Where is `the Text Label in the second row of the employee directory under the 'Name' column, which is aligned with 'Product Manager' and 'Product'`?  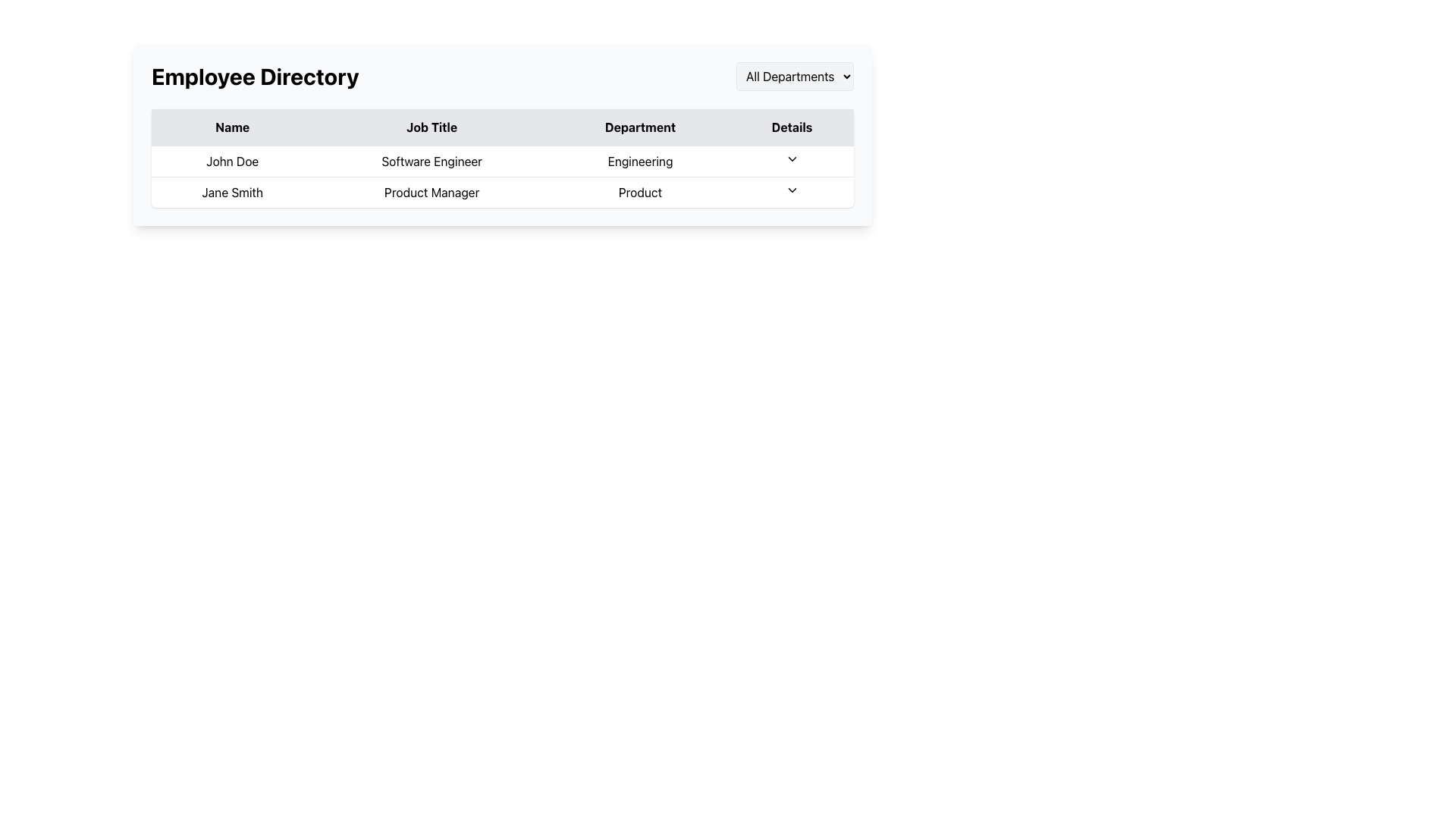 the Text Label in the second row of the employee directory under the 'Name' column, which is aligned with 'Product Manager' and 'Product' is located at coordinates (231, 191).